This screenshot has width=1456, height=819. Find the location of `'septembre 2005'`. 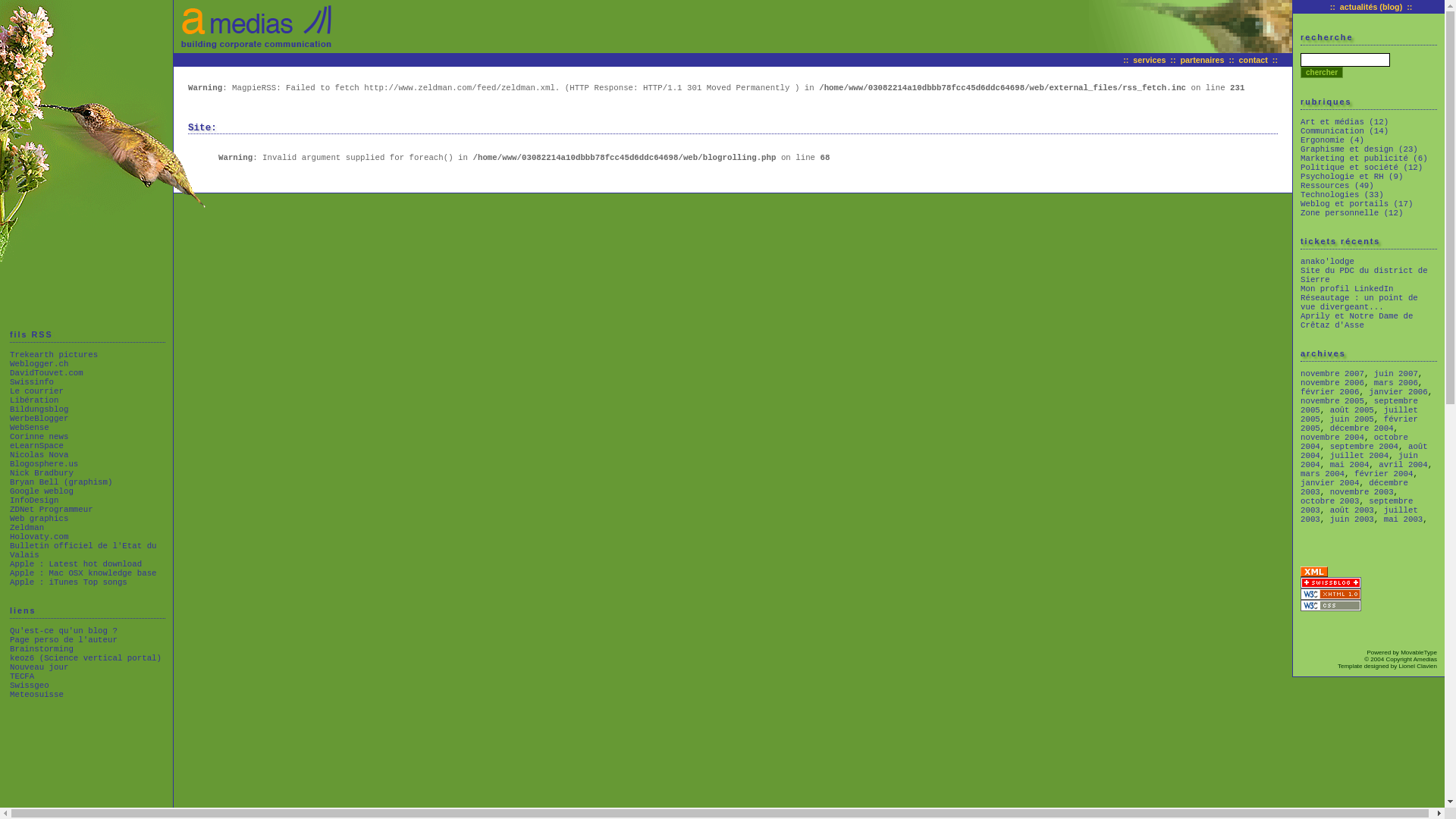

'septembre 2005' is located at coordinates (1359, 405).